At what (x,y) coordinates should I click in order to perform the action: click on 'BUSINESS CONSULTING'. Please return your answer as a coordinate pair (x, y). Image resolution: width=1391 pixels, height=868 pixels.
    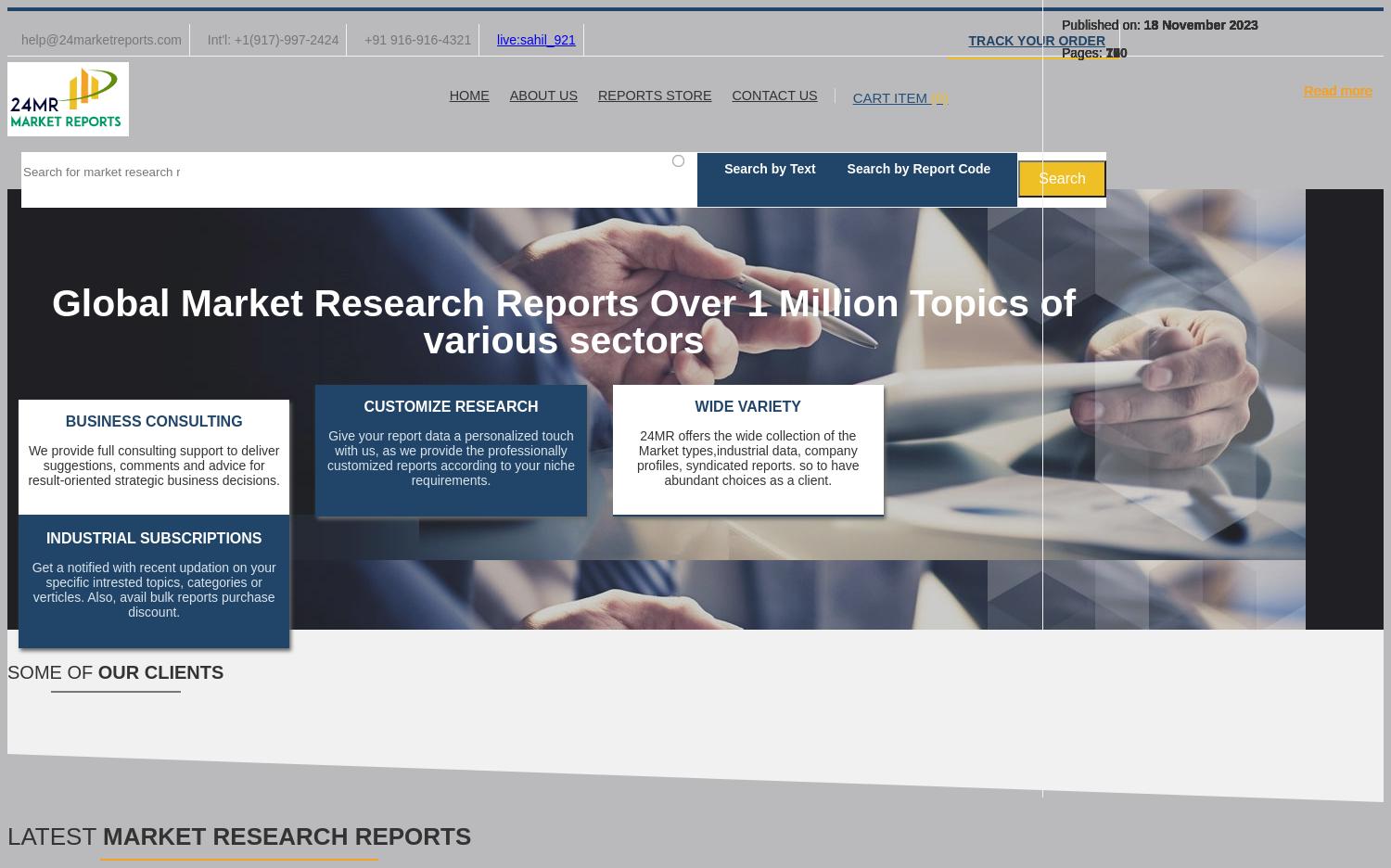
    Looking at the image, I should click on (64, 421).